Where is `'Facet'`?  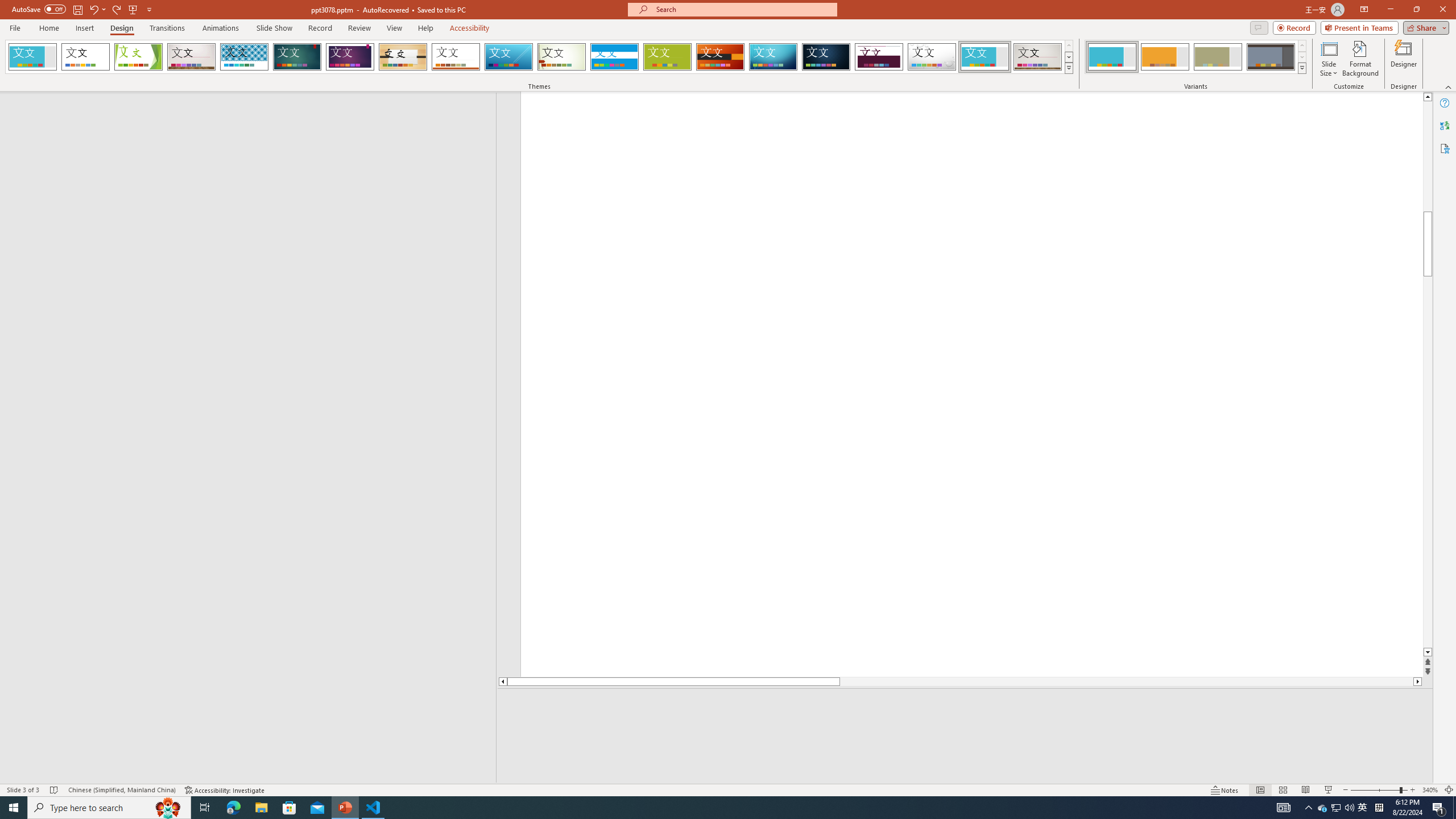 'Facet' is located at coordinates (138, 56).